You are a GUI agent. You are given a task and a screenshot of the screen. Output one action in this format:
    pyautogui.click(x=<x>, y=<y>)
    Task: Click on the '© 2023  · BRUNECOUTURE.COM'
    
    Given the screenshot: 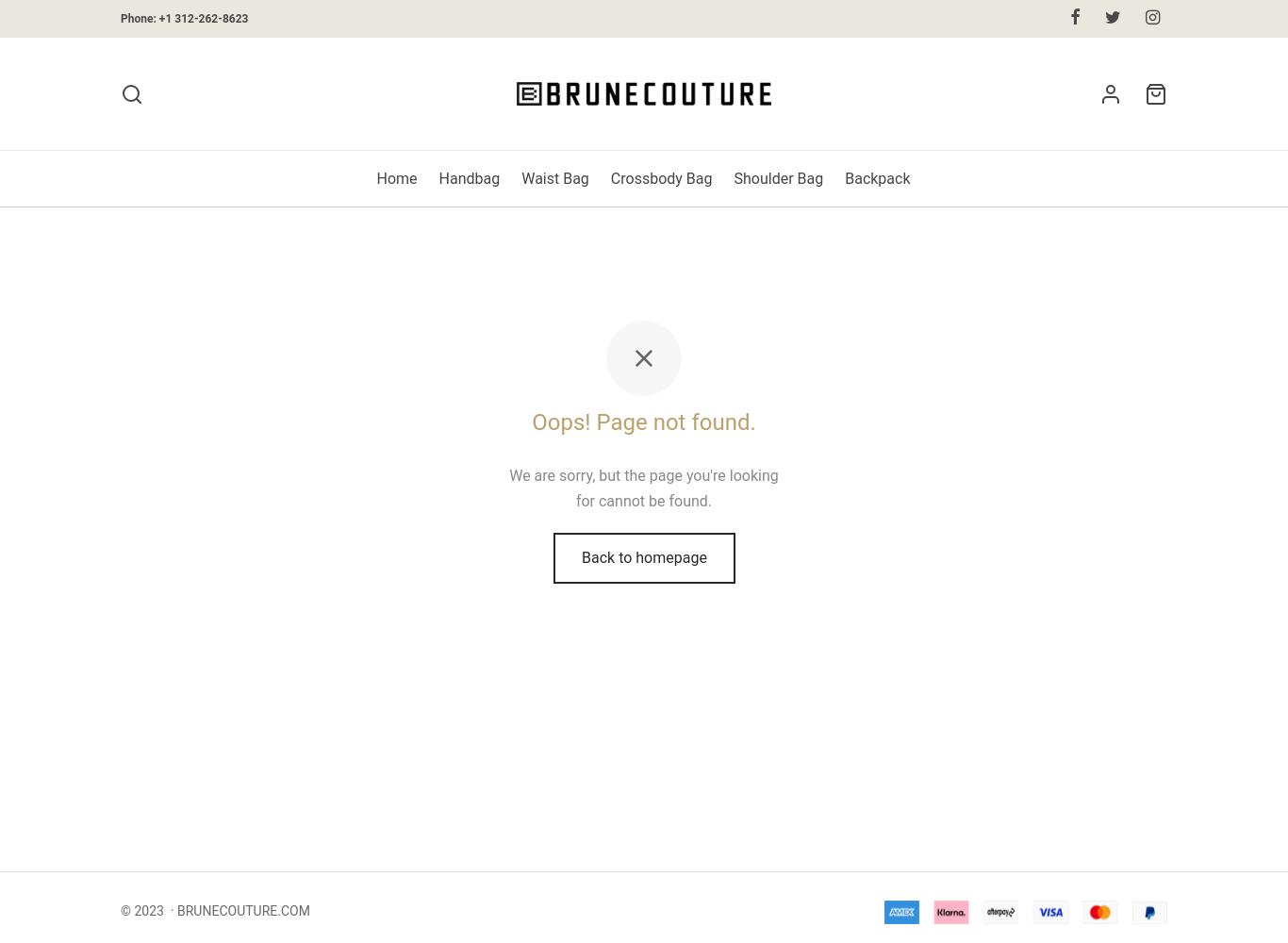 What is the action you would take?
    pyautogui.click(x=213, y=910)
    